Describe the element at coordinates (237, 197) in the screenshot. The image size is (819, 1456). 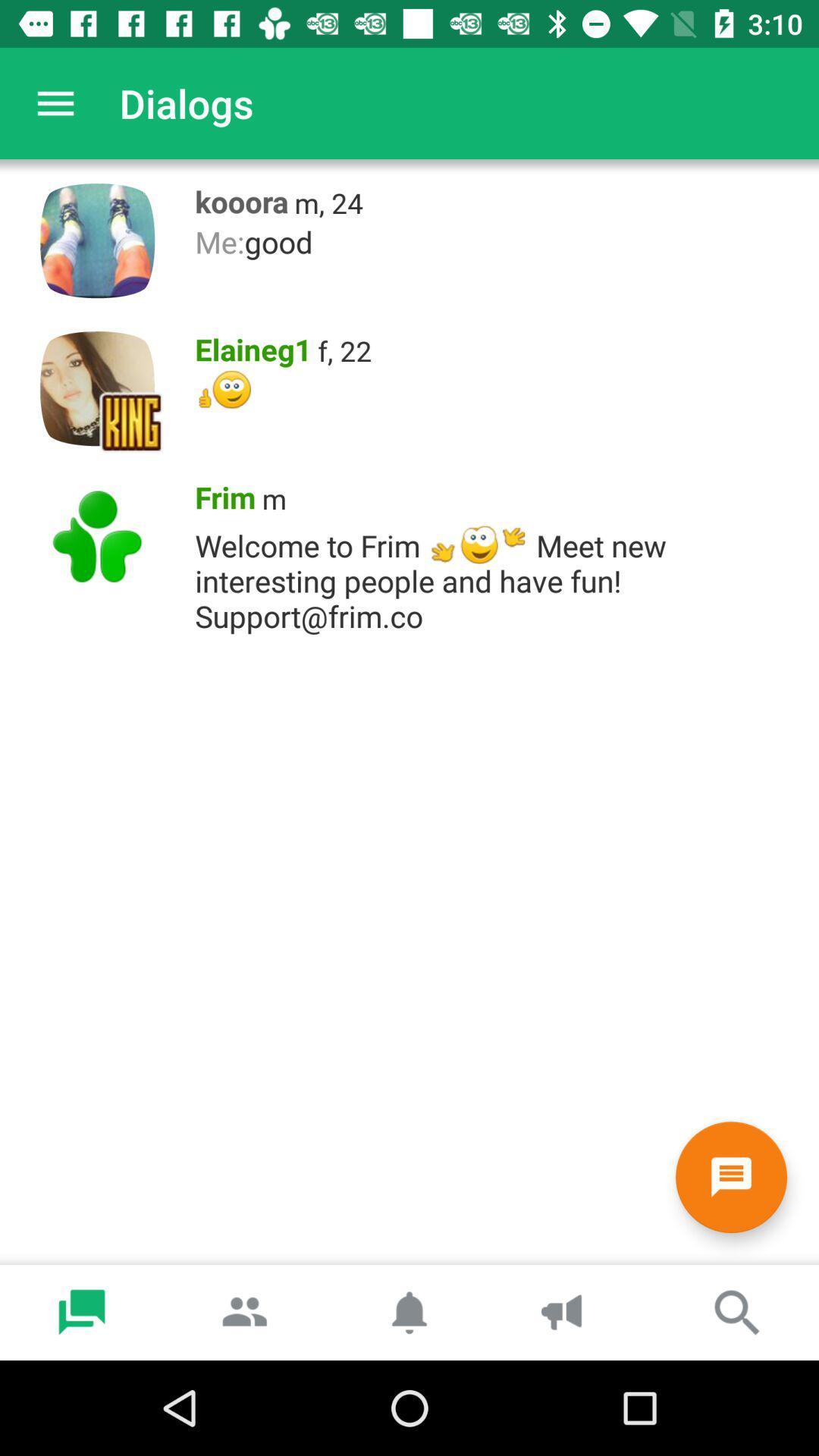
I see `icon below dialogs icon` at that location.